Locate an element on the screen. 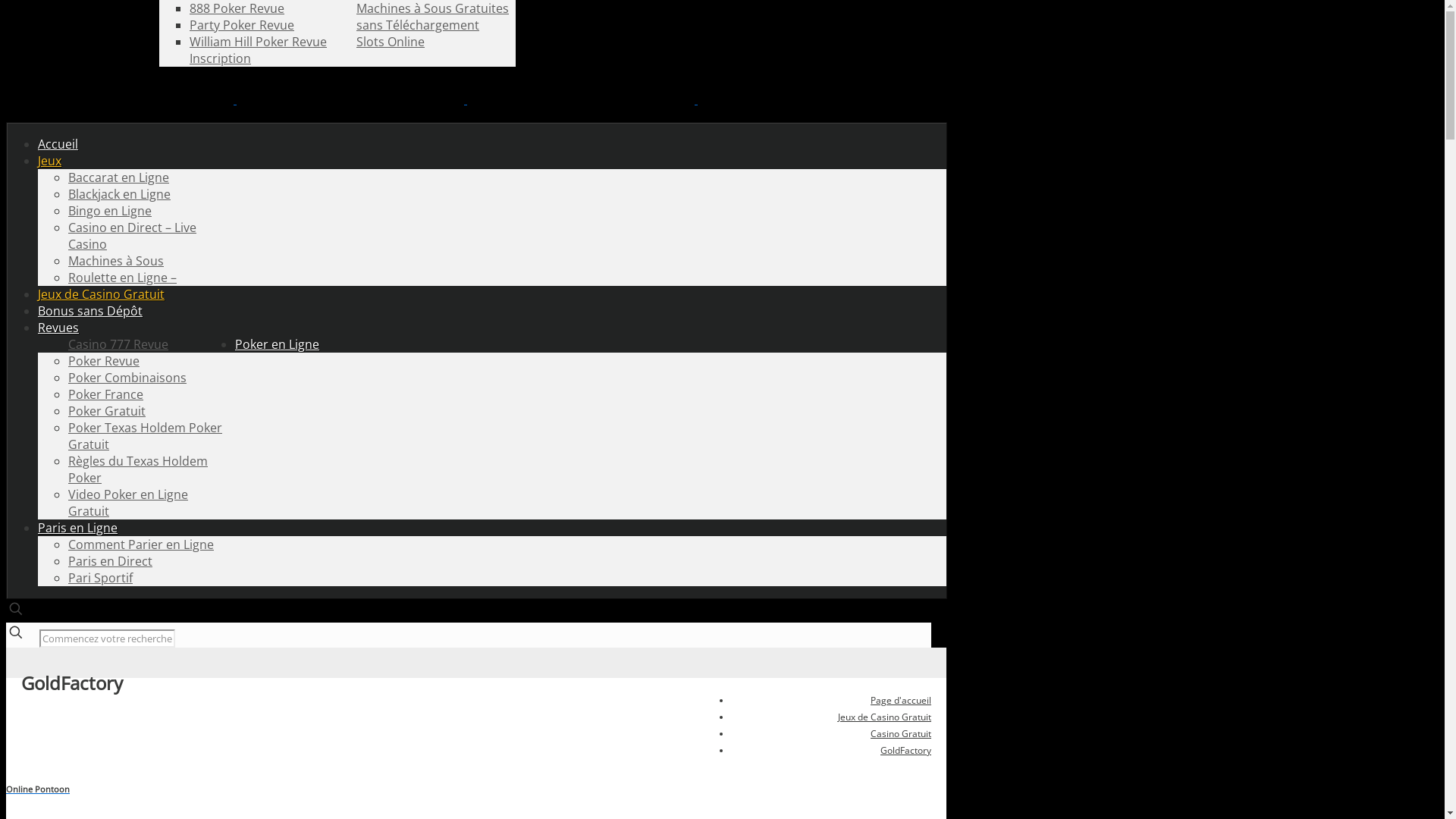  'Pari Sportif' is located at coordinates (99, 578).